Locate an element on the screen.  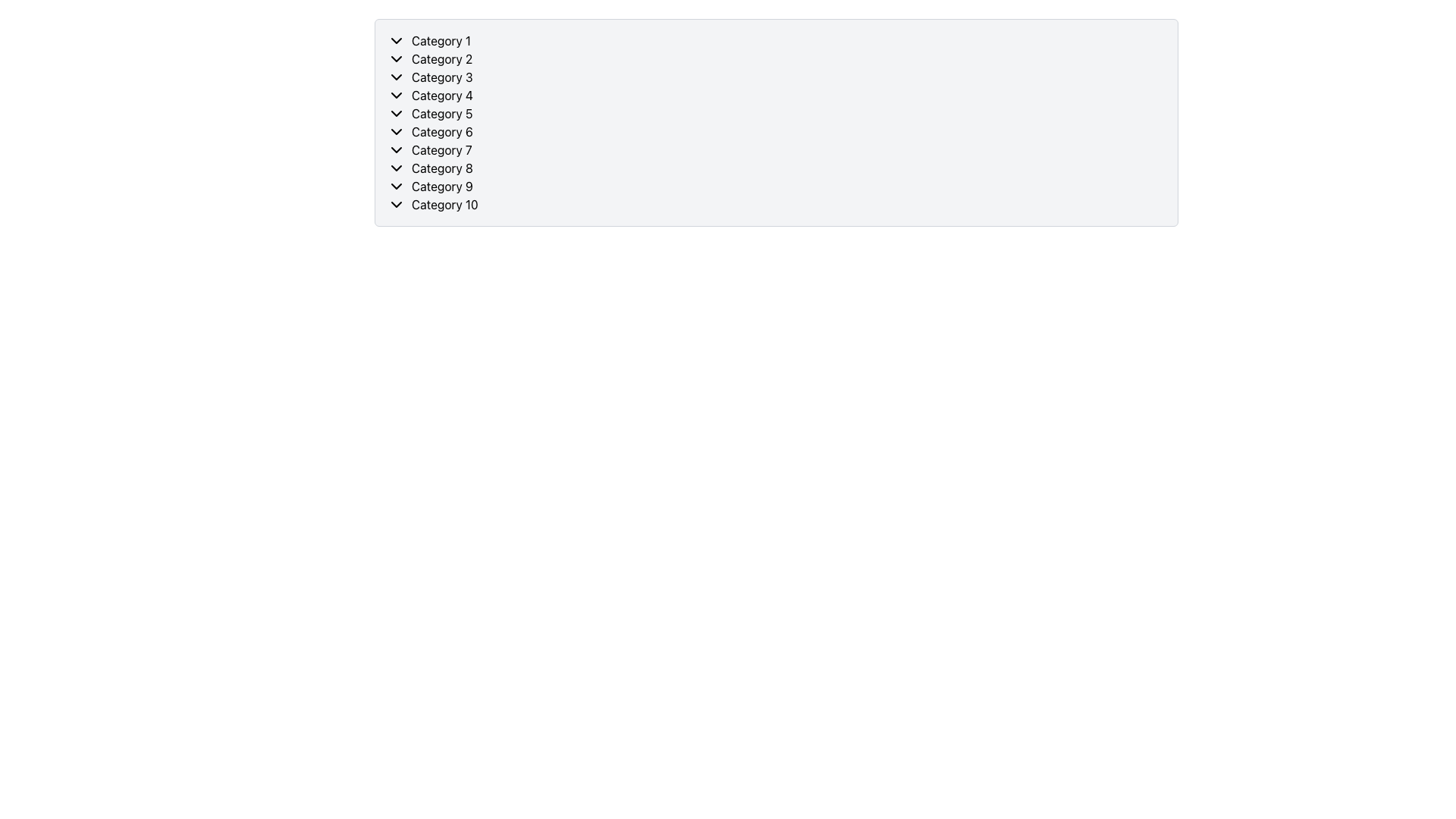
the chevron icon next to 'Category 2' is located at coordinates (397, 58).